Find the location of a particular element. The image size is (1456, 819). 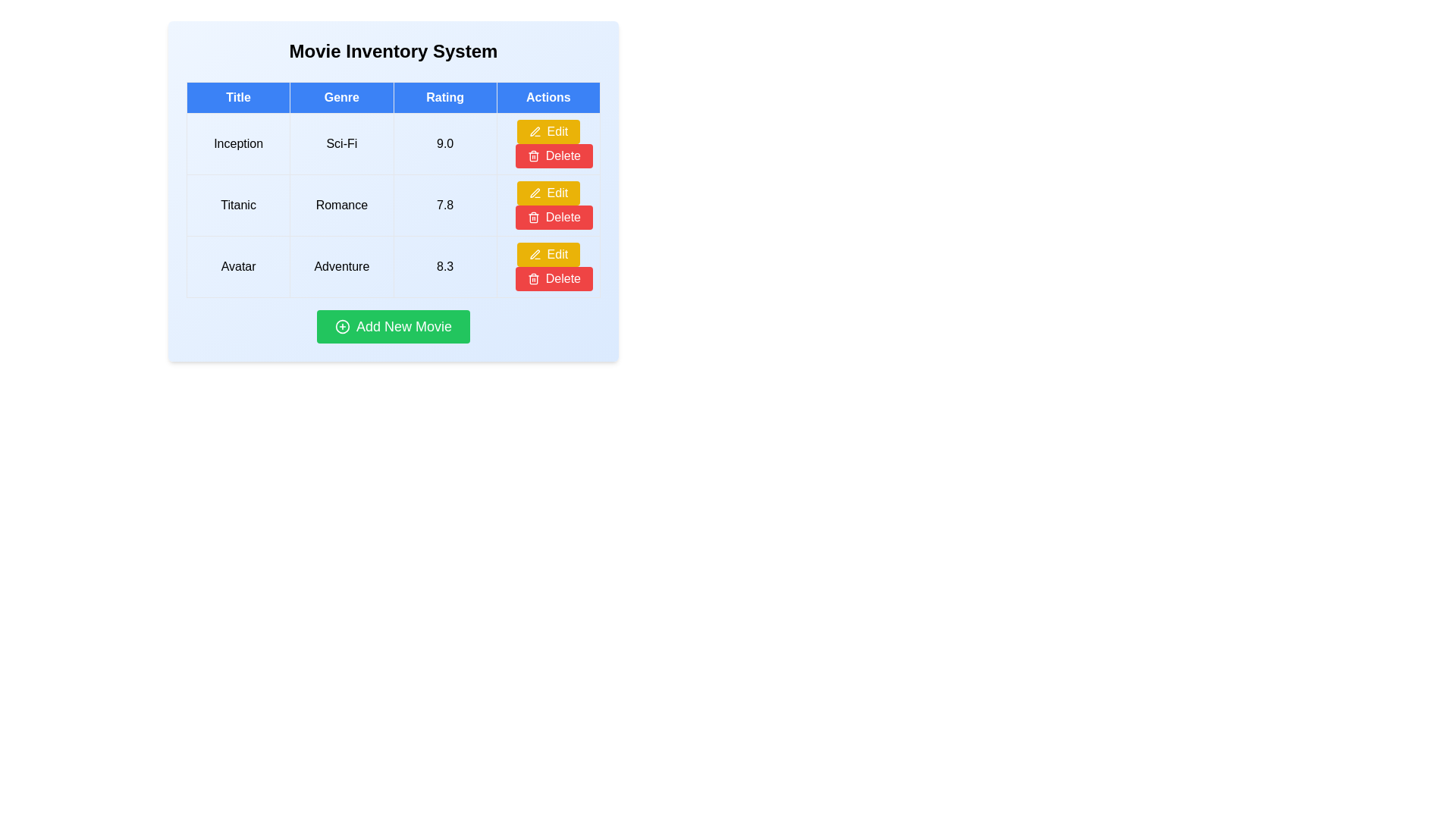

the trash-can icon with a red background located in the 'Actions' column of the third row is located at coordinates (533, 155).